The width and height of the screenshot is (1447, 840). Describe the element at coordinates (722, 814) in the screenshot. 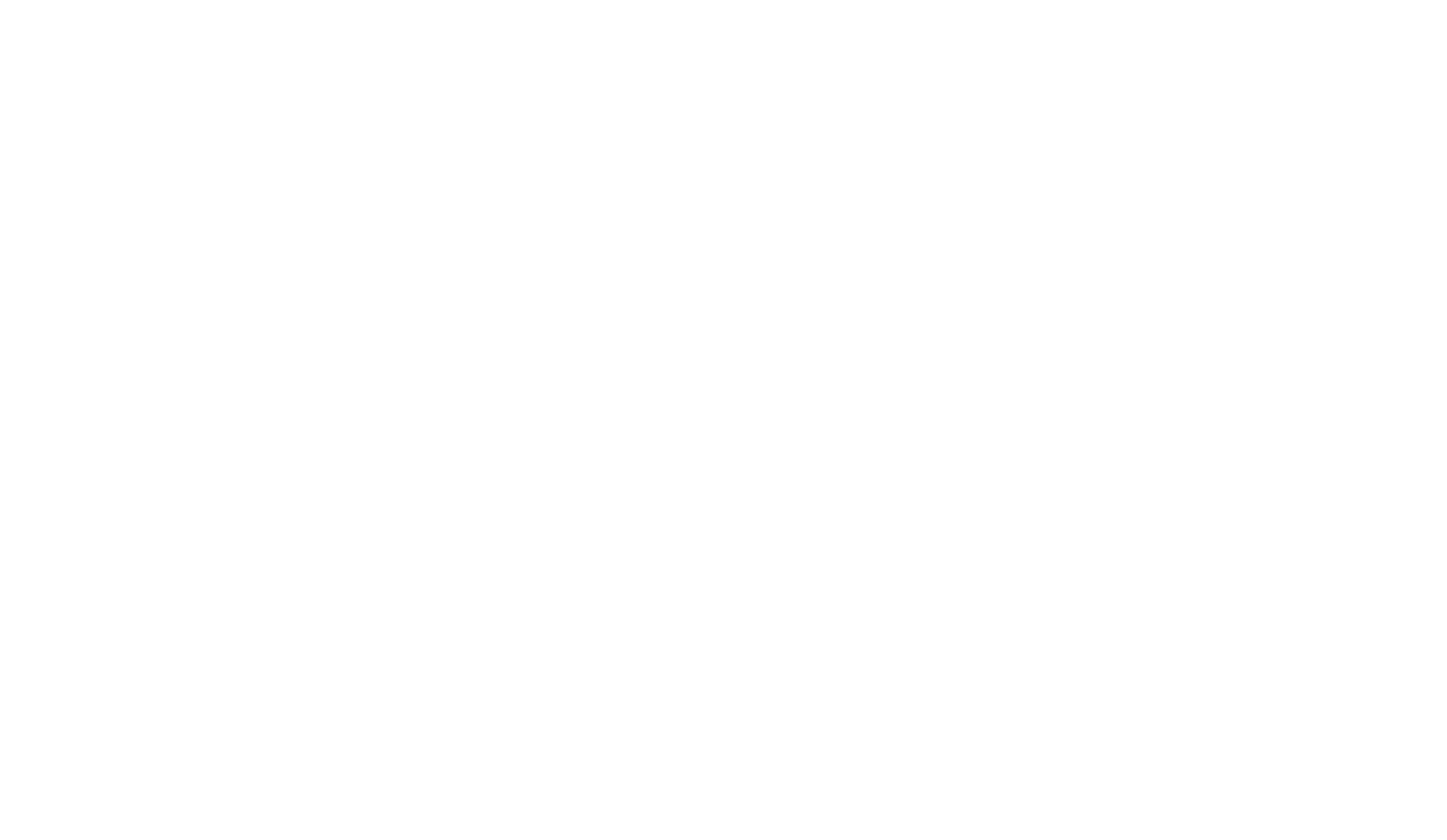

I see `'Lisbonne'` at that location.